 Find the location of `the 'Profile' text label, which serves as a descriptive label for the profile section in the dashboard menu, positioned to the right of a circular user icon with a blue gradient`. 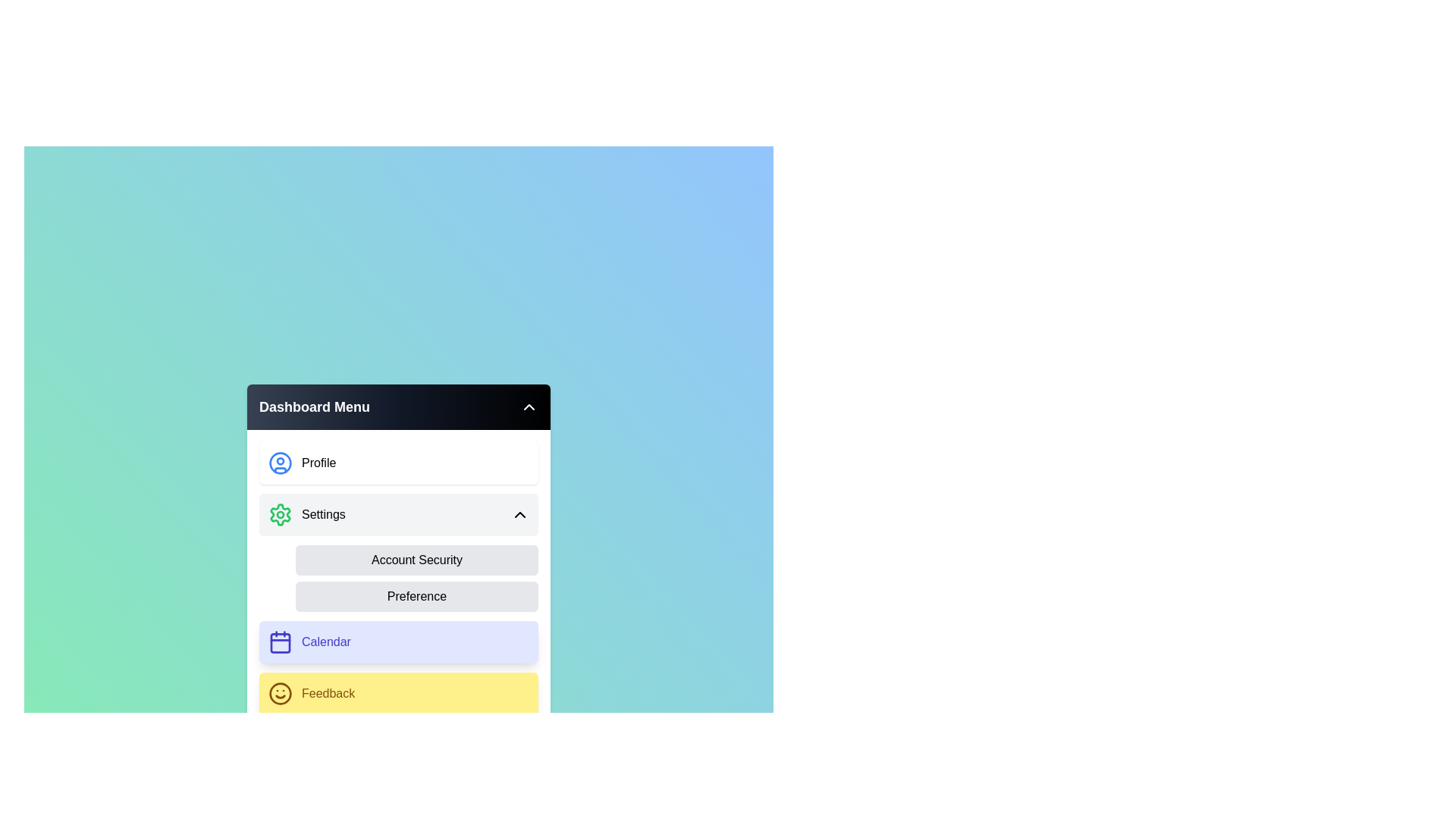

the 'Profile' text label, which serves as a descriptive label for the profile section in the dashboard menu, positioned to the right of a circular user icon with a blue gradient is located at coordinates (318, 462).